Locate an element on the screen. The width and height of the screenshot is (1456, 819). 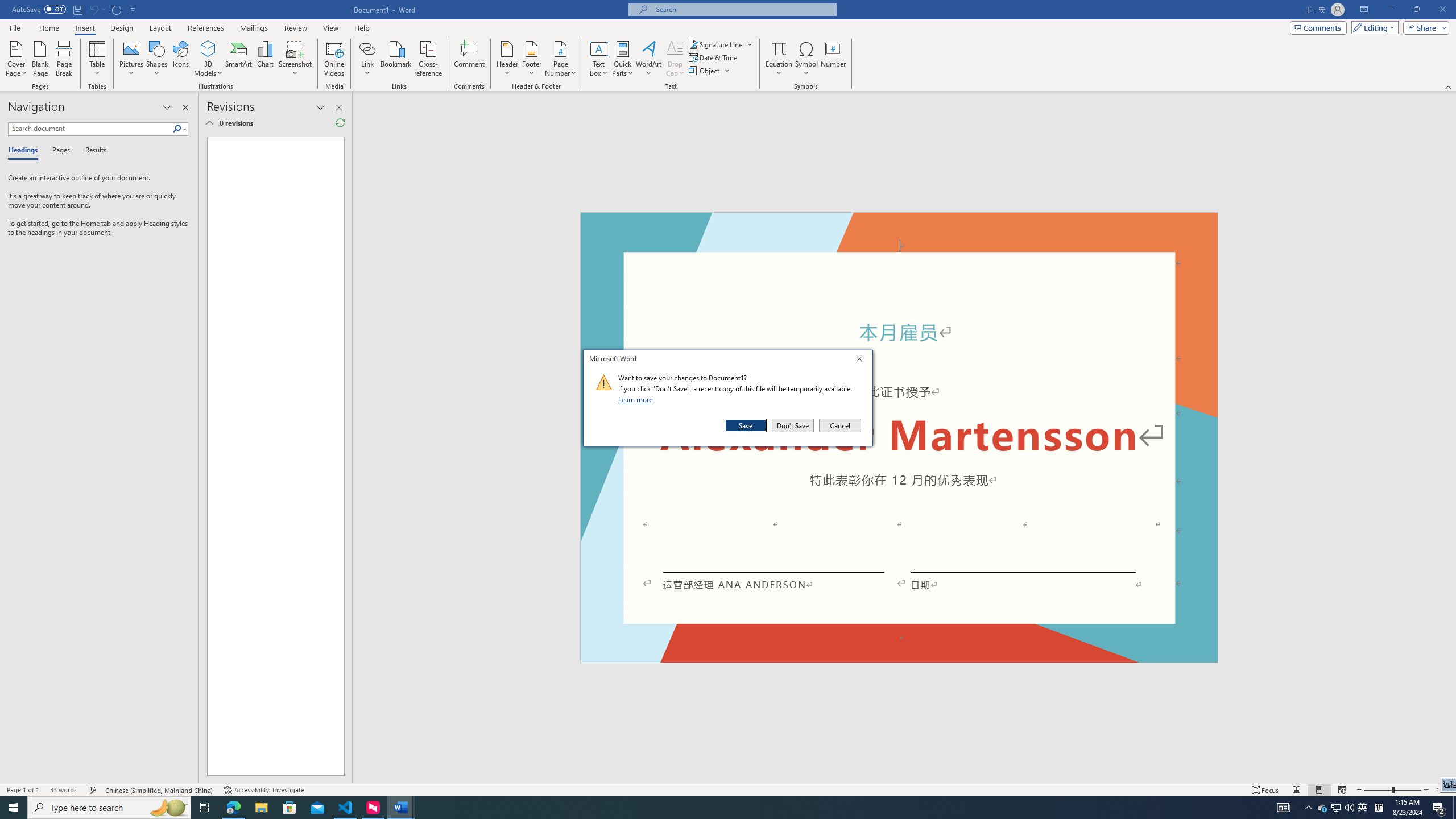
'Ribbon Display Options' is located at coordinates (1363, 9).